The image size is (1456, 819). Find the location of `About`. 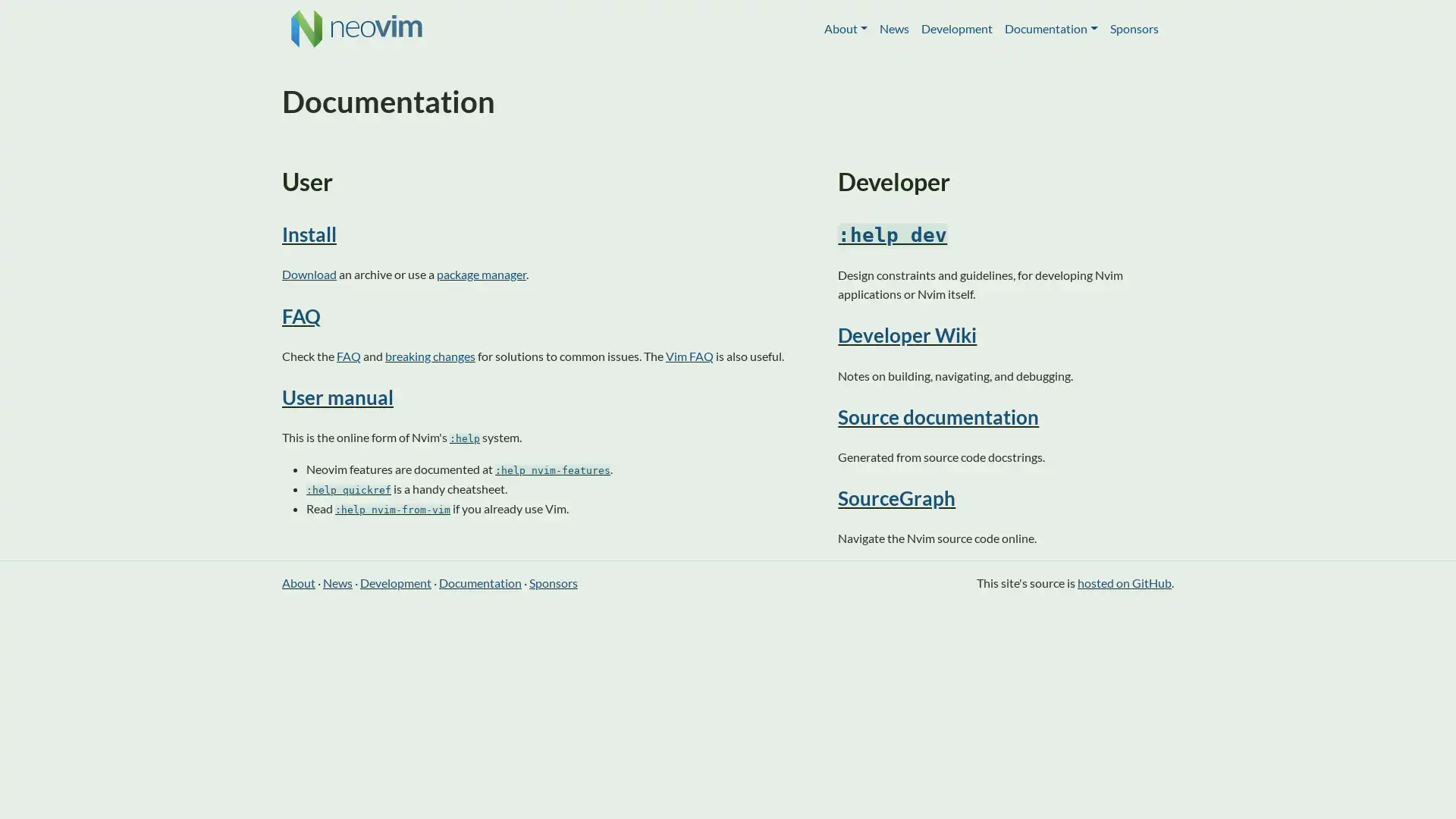

About is located at coordinates (844, 28).